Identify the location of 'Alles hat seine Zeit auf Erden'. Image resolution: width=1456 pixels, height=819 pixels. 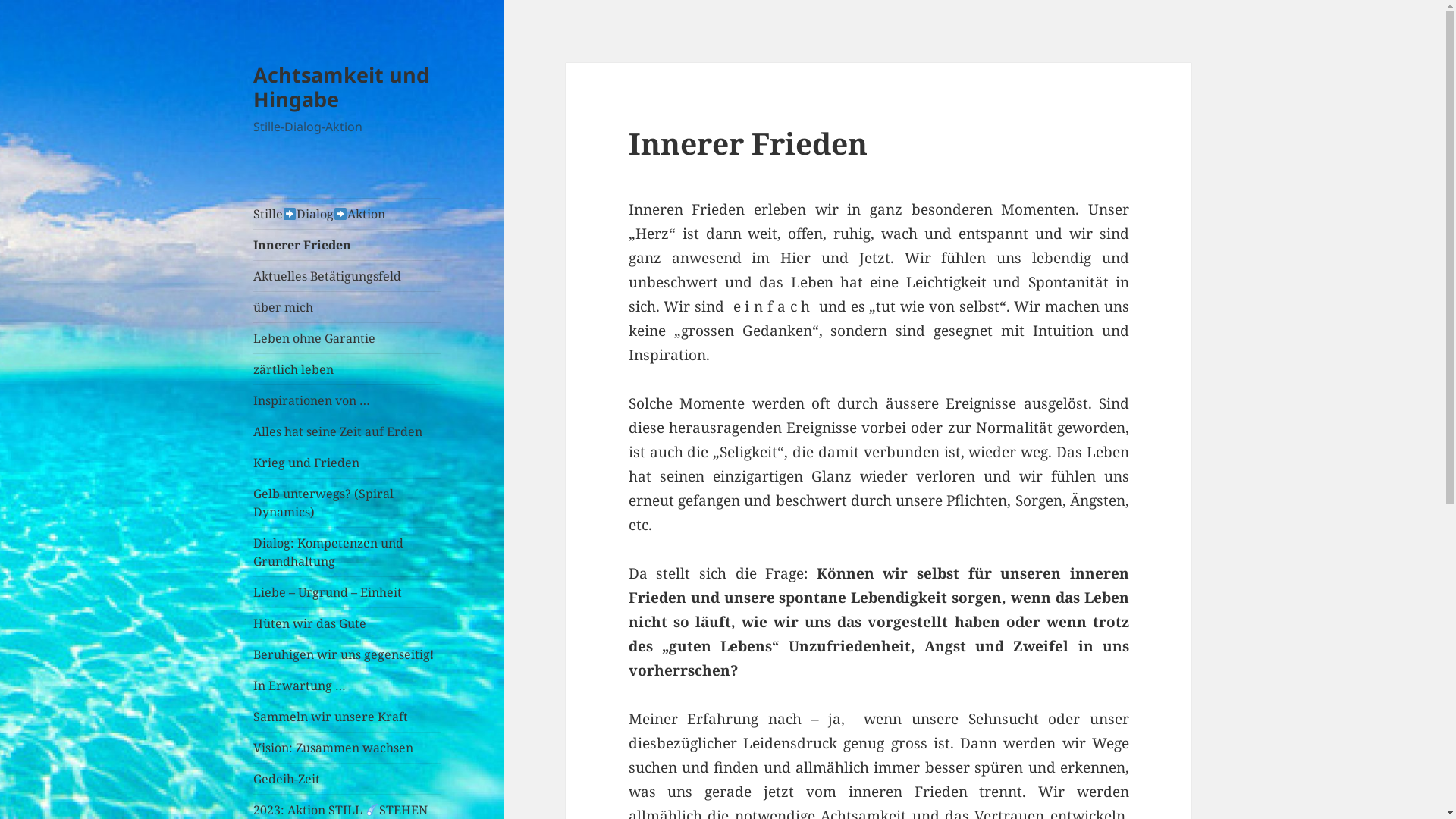
(253, 431).